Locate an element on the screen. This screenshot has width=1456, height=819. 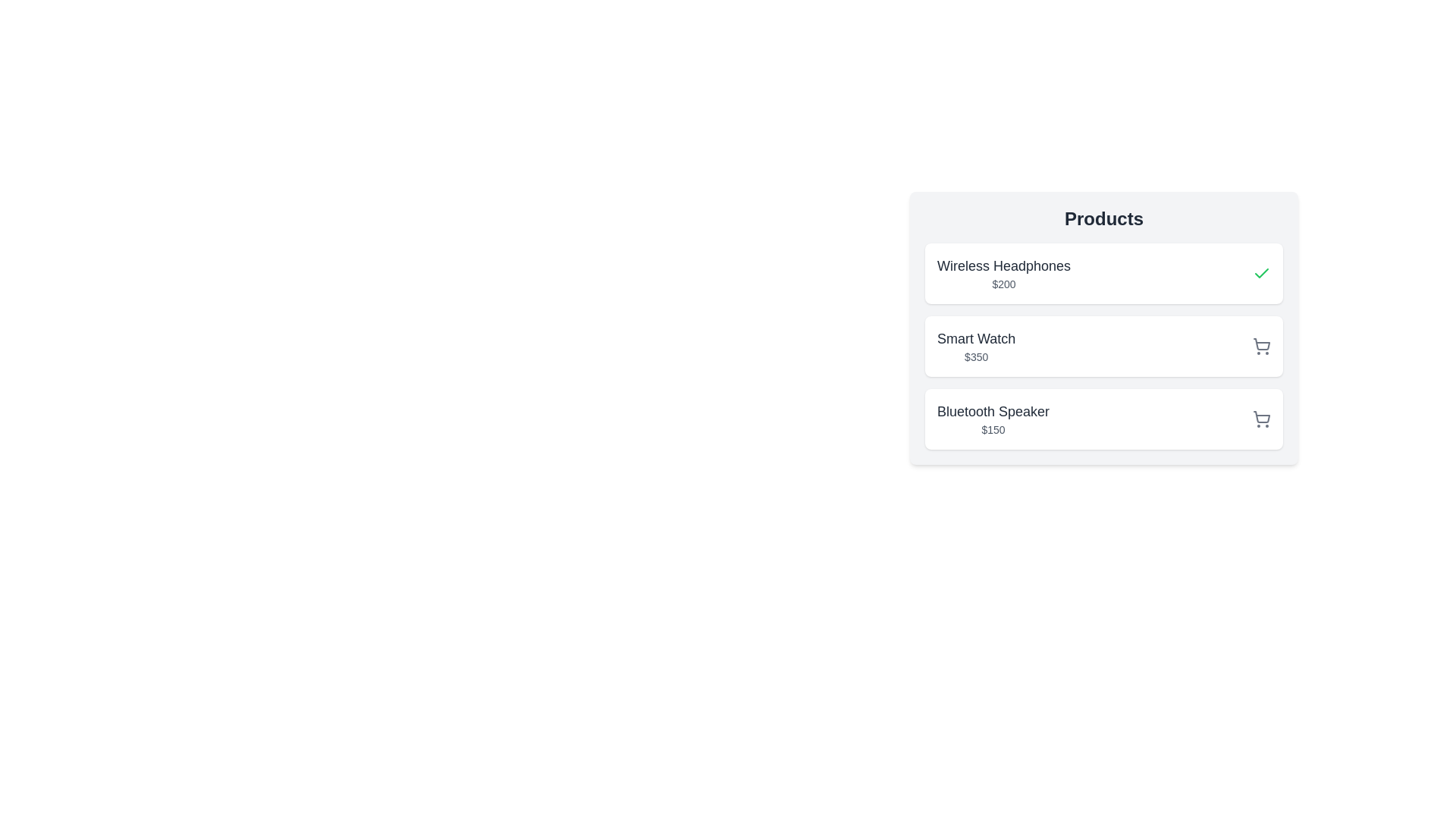
the confirmation icon for the 'Wireless Headphones' item located at the far right of its row in the product list section is located at coordinates (1262, 271).